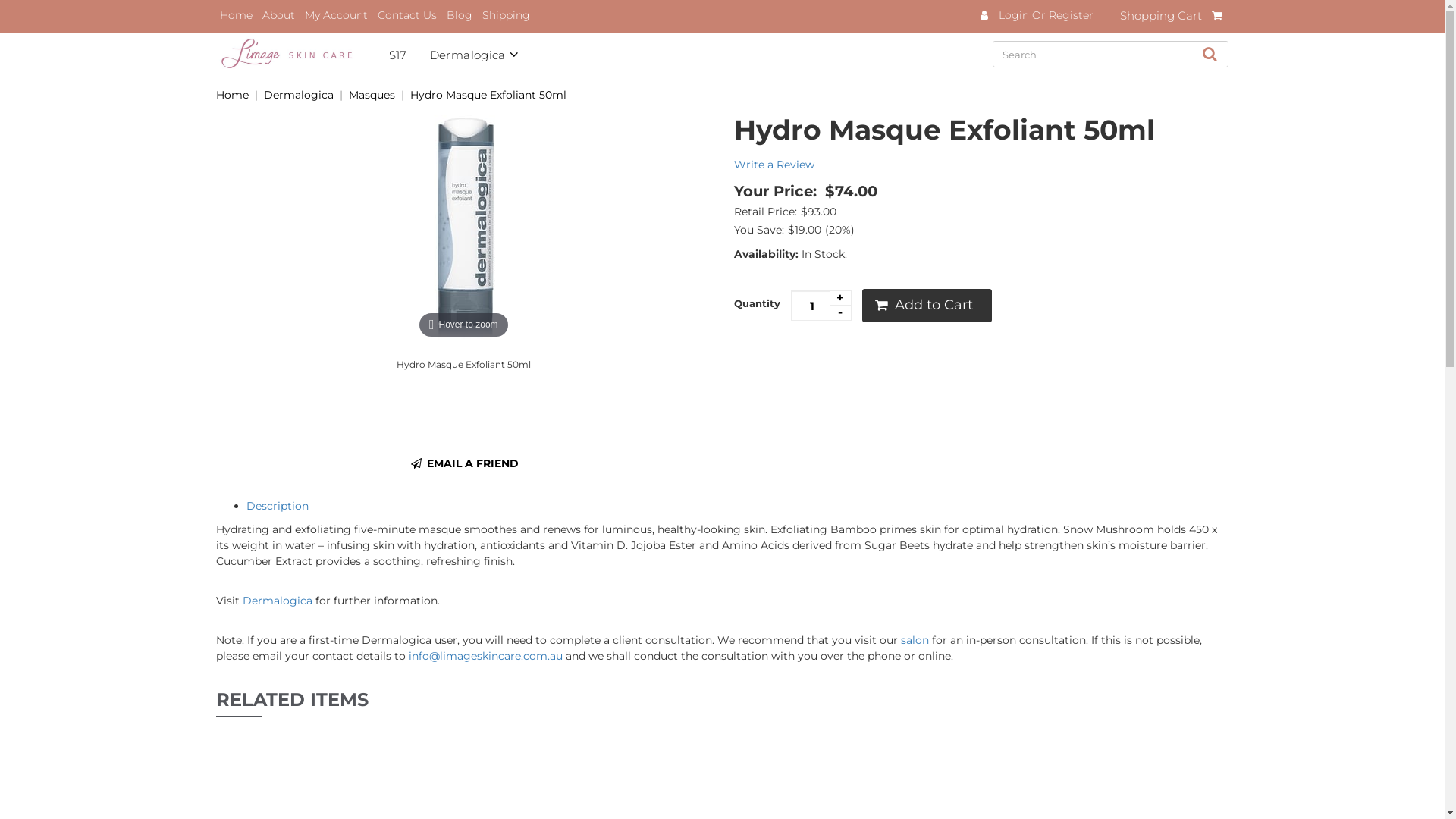 This screenshot has width=1456, height=819. I want to click on 'Login Or Register', so click(1043, 14).